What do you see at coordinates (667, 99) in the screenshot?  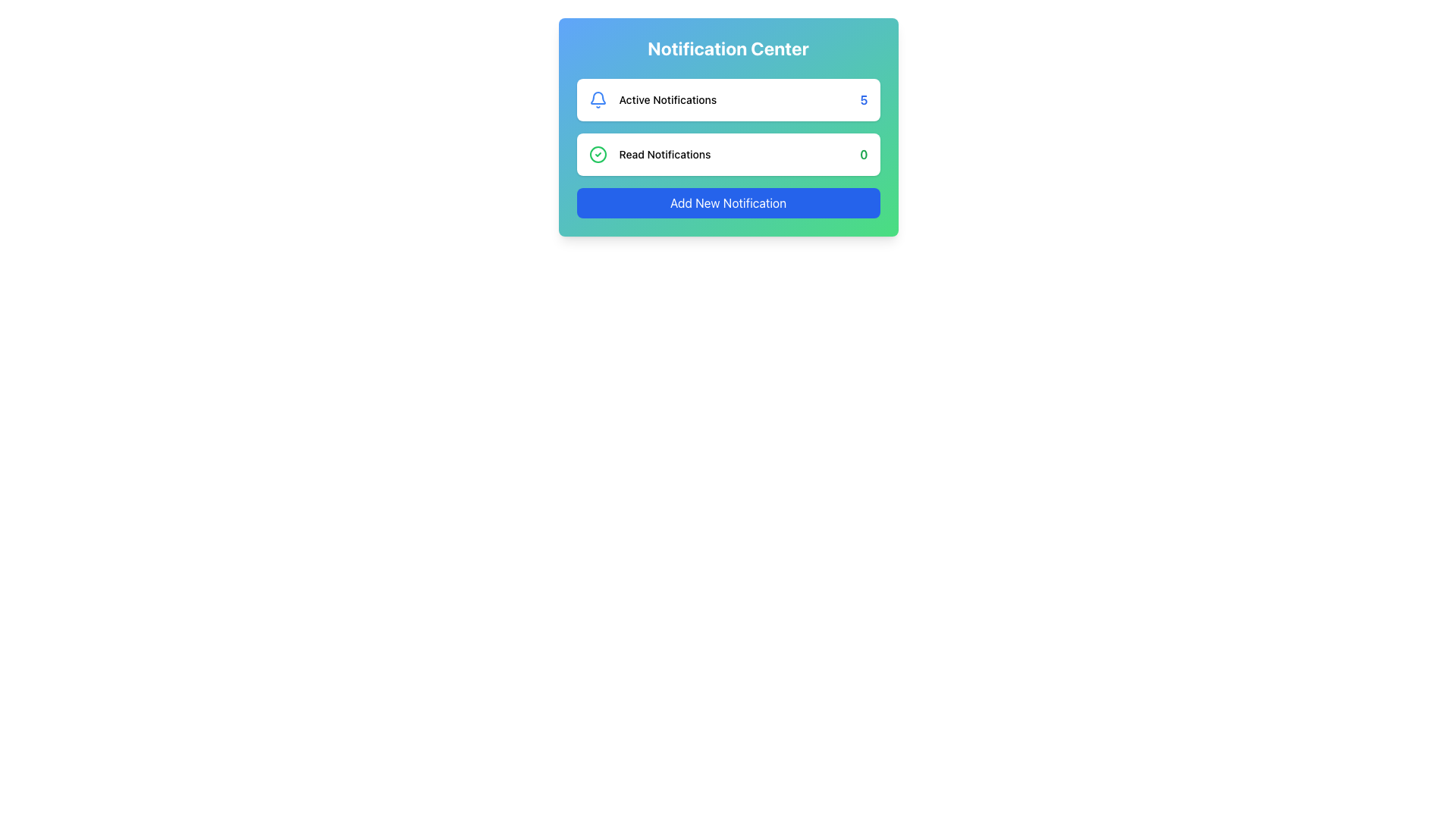 I see `the Text Label that describes the notification category, positioned to the right of the bell icon in the first row of the notification list` at bounding box center [667, 99].